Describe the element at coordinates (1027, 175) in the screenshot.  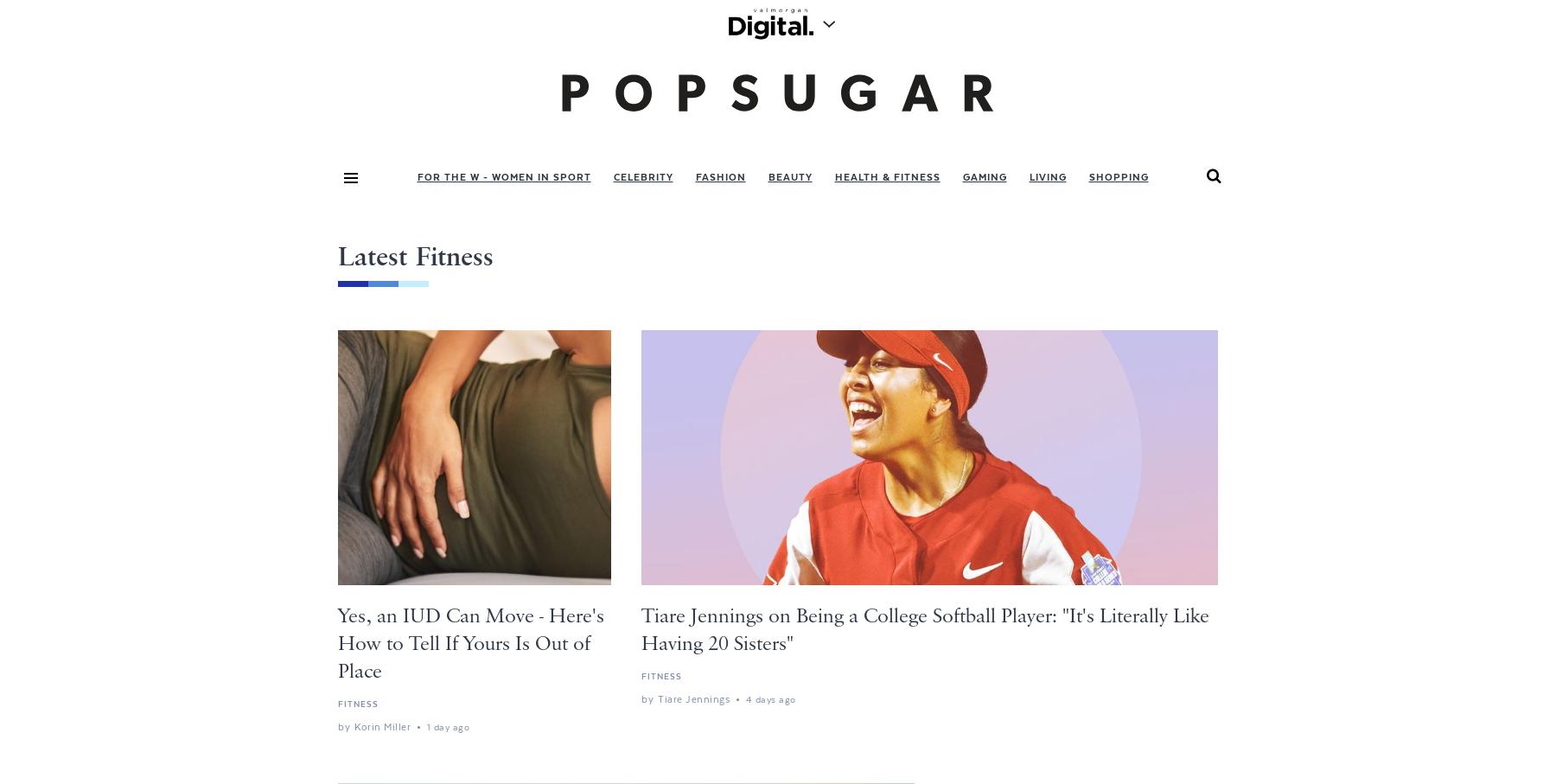
I see `'Living'` at that location.